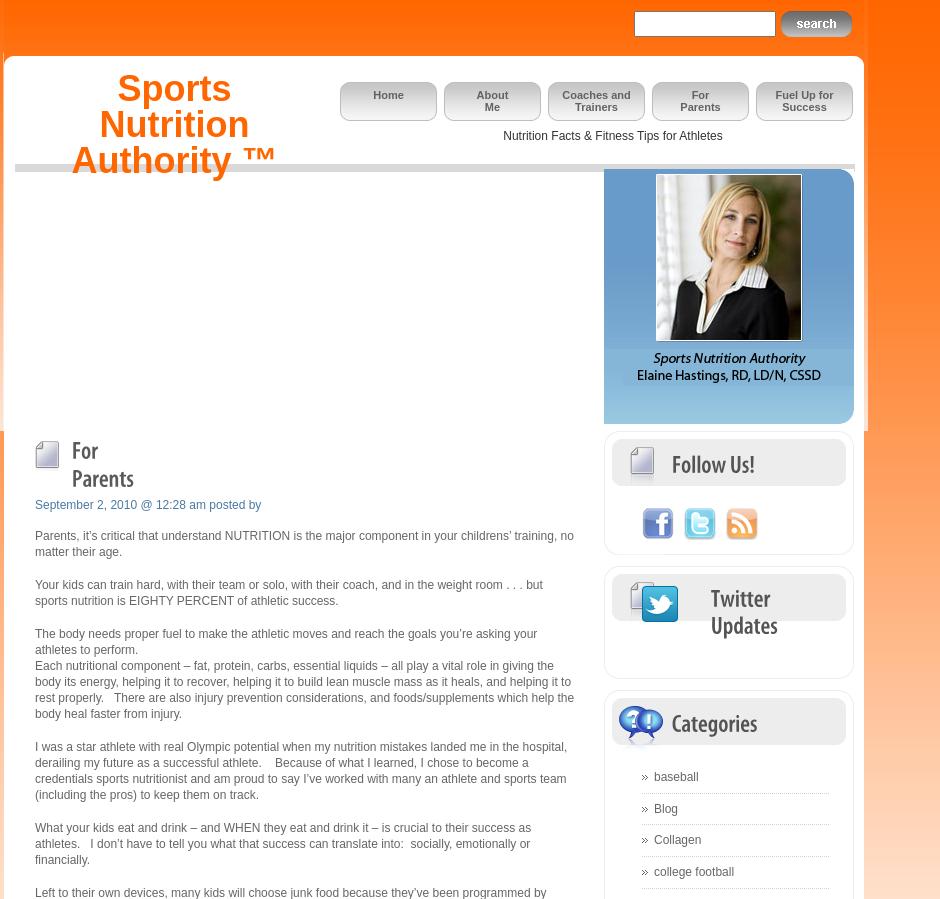  Describe the element at coordinates (287, 591) in the screenshot. I see `'Your kids can train hard, with their team or solo, with their coach, and in the weight room . . . but sports nutrition is EIGHTY PERCENT of athletic success.'` at that location.